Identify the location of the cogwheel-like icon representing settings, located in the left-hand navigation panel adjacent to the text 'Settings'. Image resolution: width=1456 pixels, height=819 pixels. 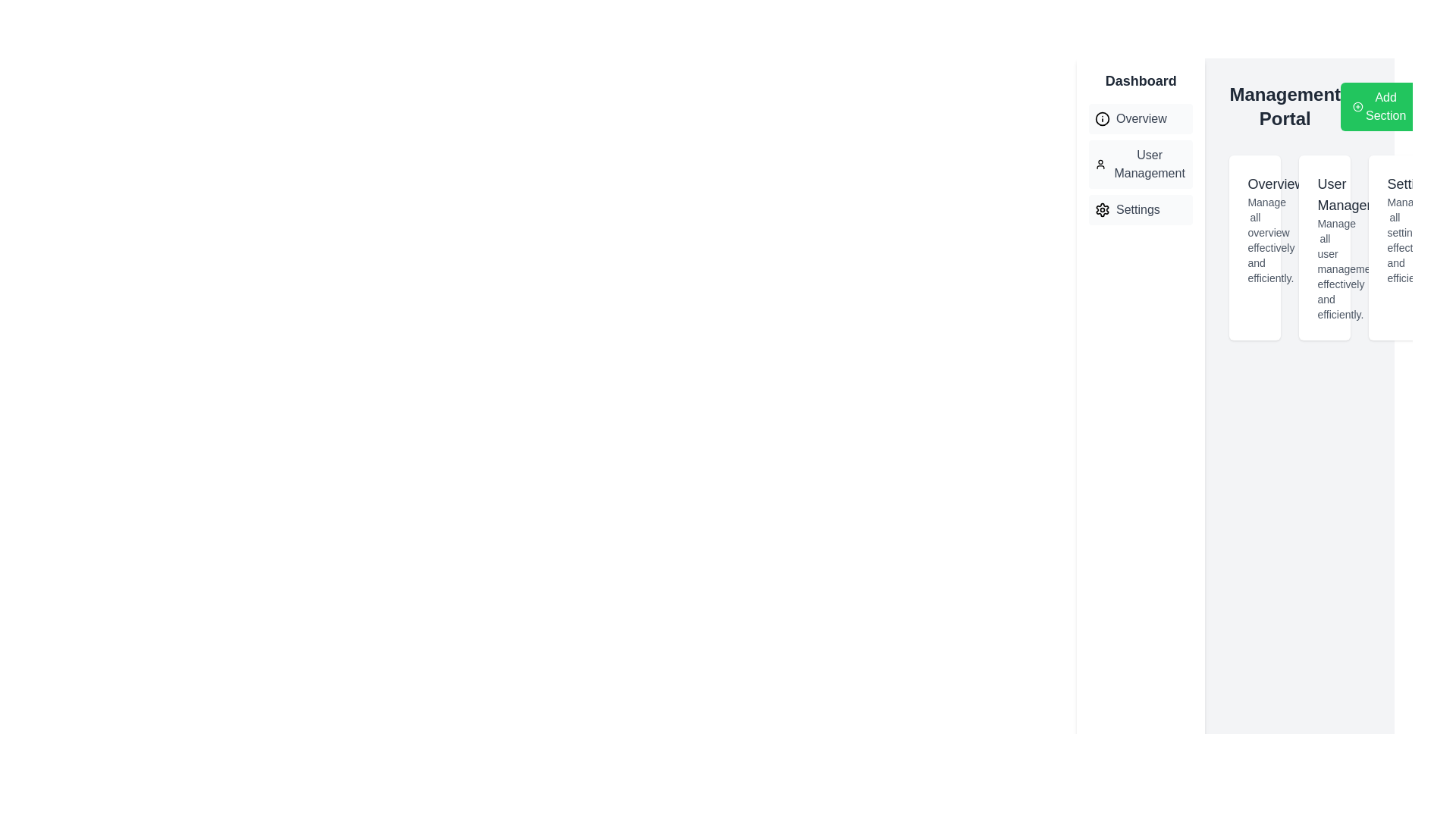
(1103, 210).